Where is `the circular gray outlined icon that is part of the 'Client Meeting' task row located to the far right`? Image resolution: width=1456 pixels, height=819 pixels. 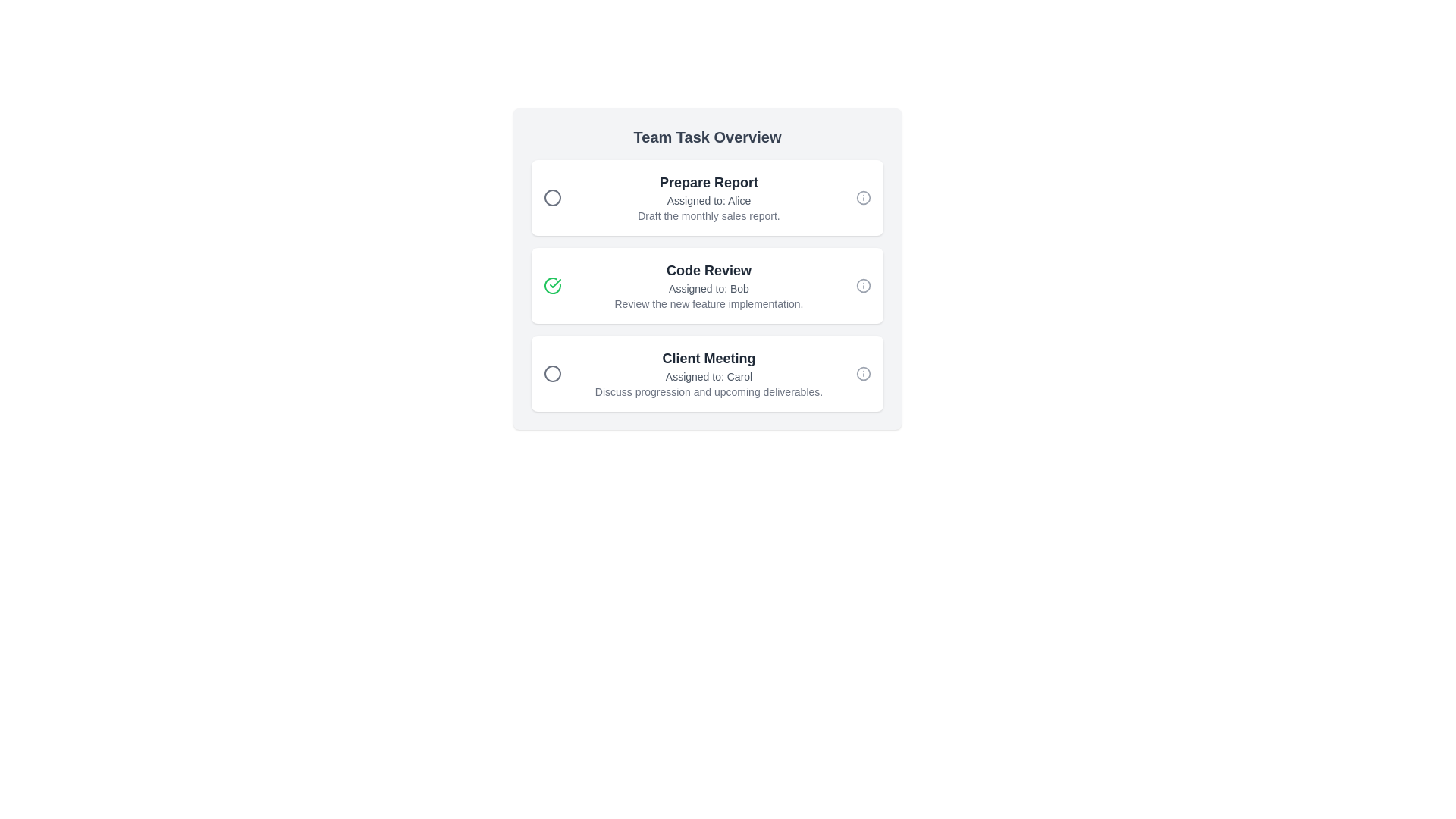 the circular gray outlined icon that is part of the 'Client Meeting' task row located to the far right is located at coordinates (863, 374).